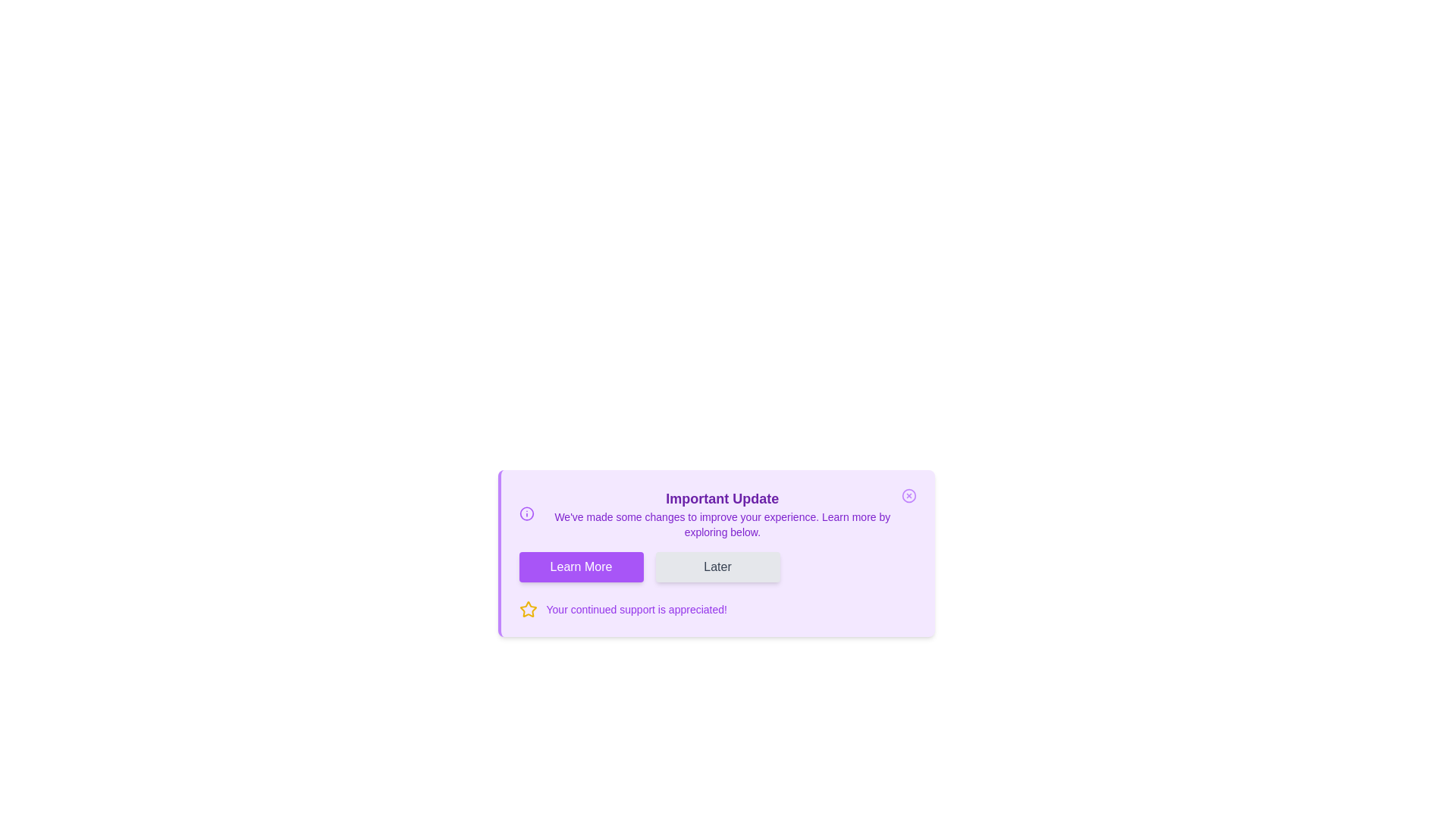 This screenshot has height=819, width=1456. Describe the element at coordinates (908, 496) in the screenshot. I see `the close icon to dismiss the notification` at that location.